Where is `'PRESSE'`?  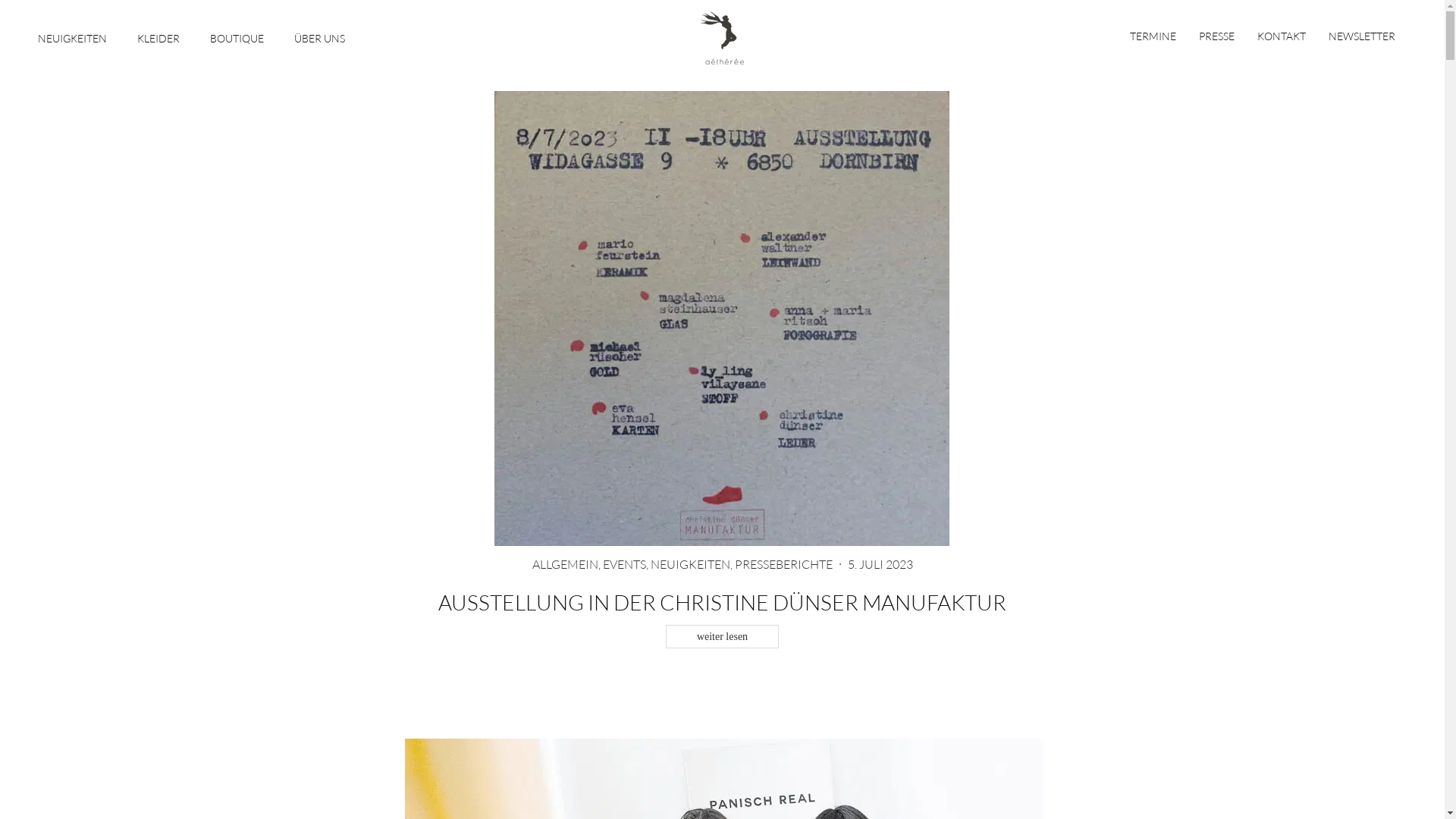
'PRESSE' is located at coordinates (1216, 35).